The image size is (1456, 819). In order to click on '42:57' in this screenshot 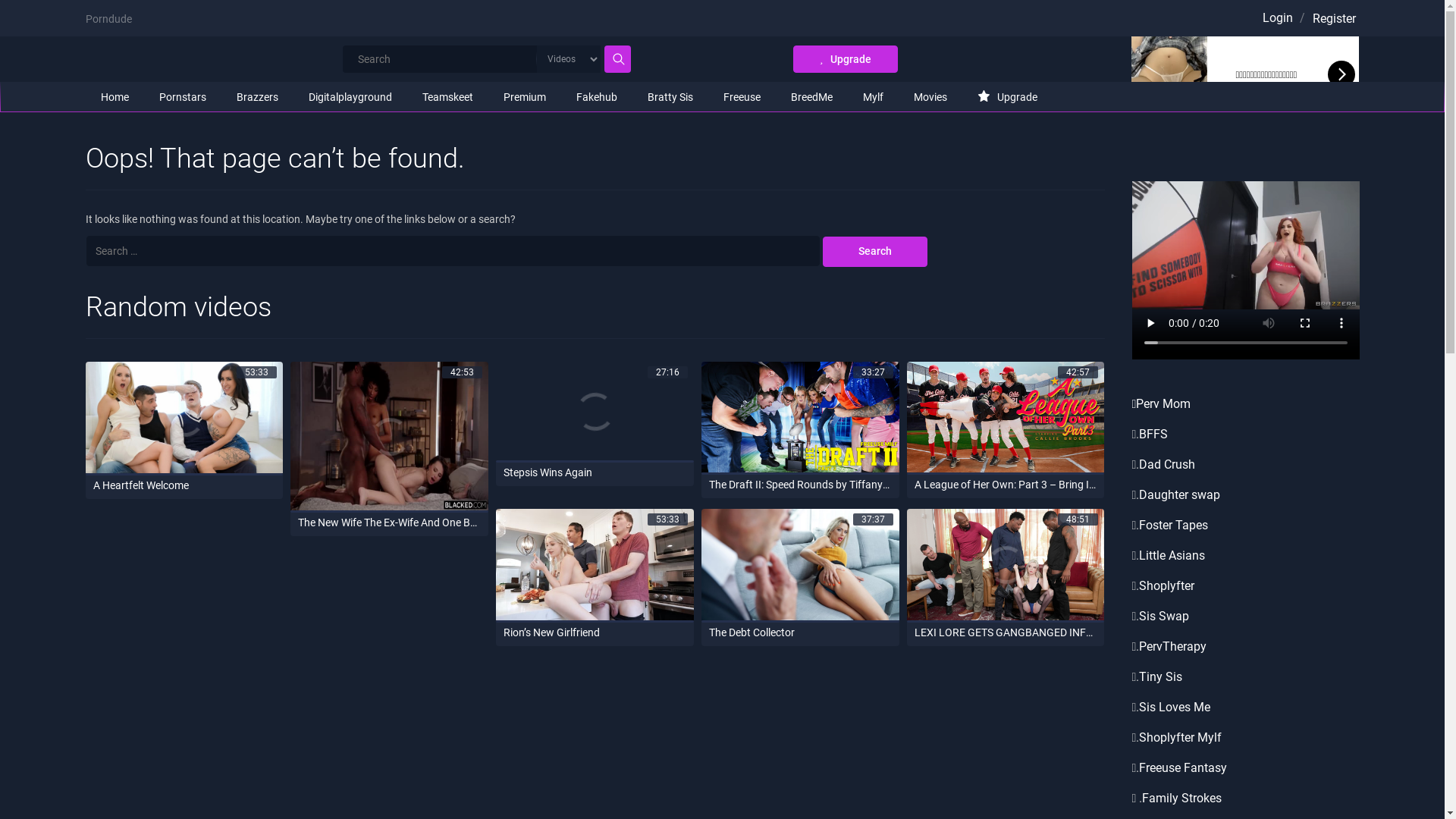, I will do `click(1006, 418)`.